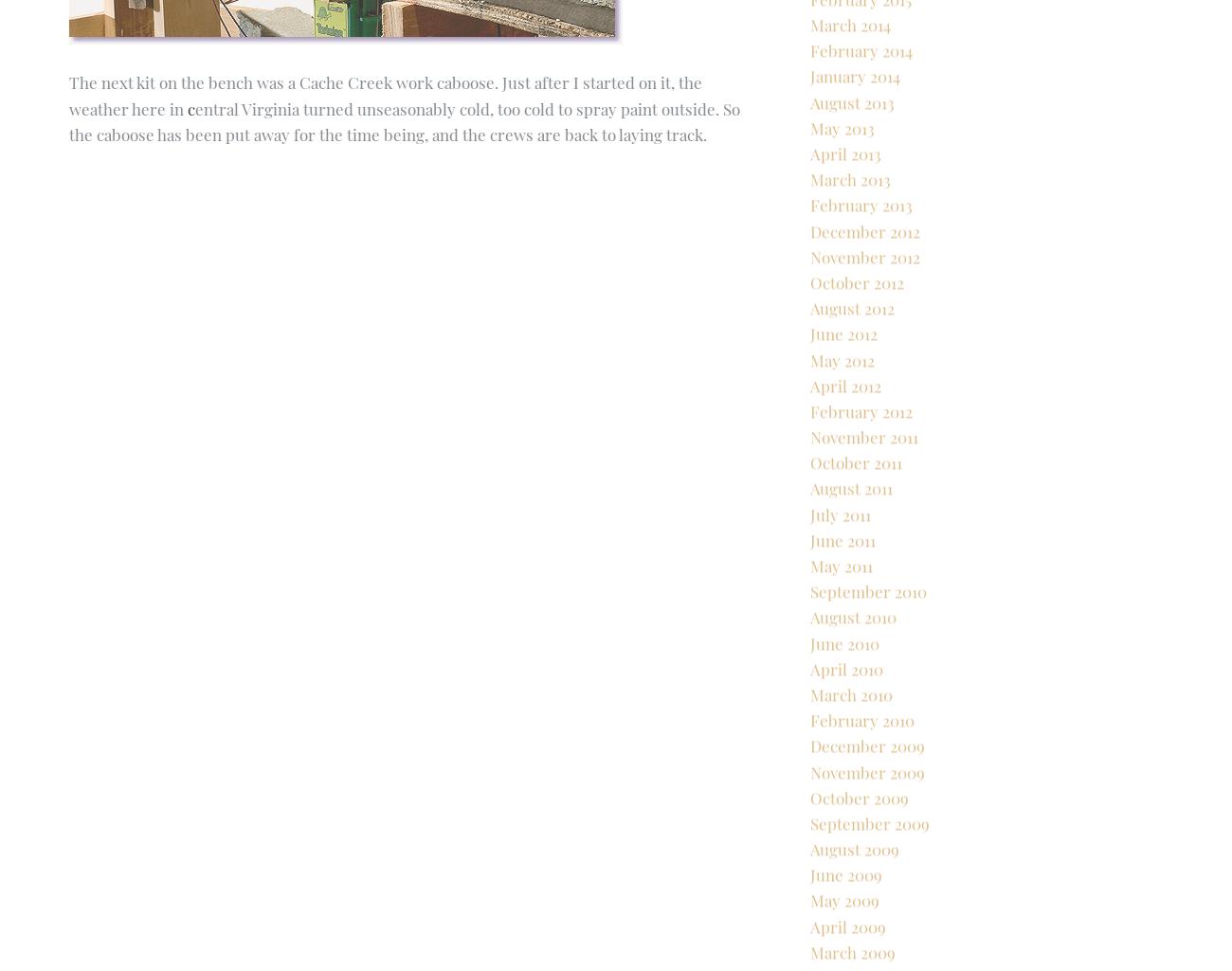 The width and height of the screenshot is (1232, 971). Describe the element at coordinates (860, 476) in the screenshot. I see `'February 2012'` at that location.